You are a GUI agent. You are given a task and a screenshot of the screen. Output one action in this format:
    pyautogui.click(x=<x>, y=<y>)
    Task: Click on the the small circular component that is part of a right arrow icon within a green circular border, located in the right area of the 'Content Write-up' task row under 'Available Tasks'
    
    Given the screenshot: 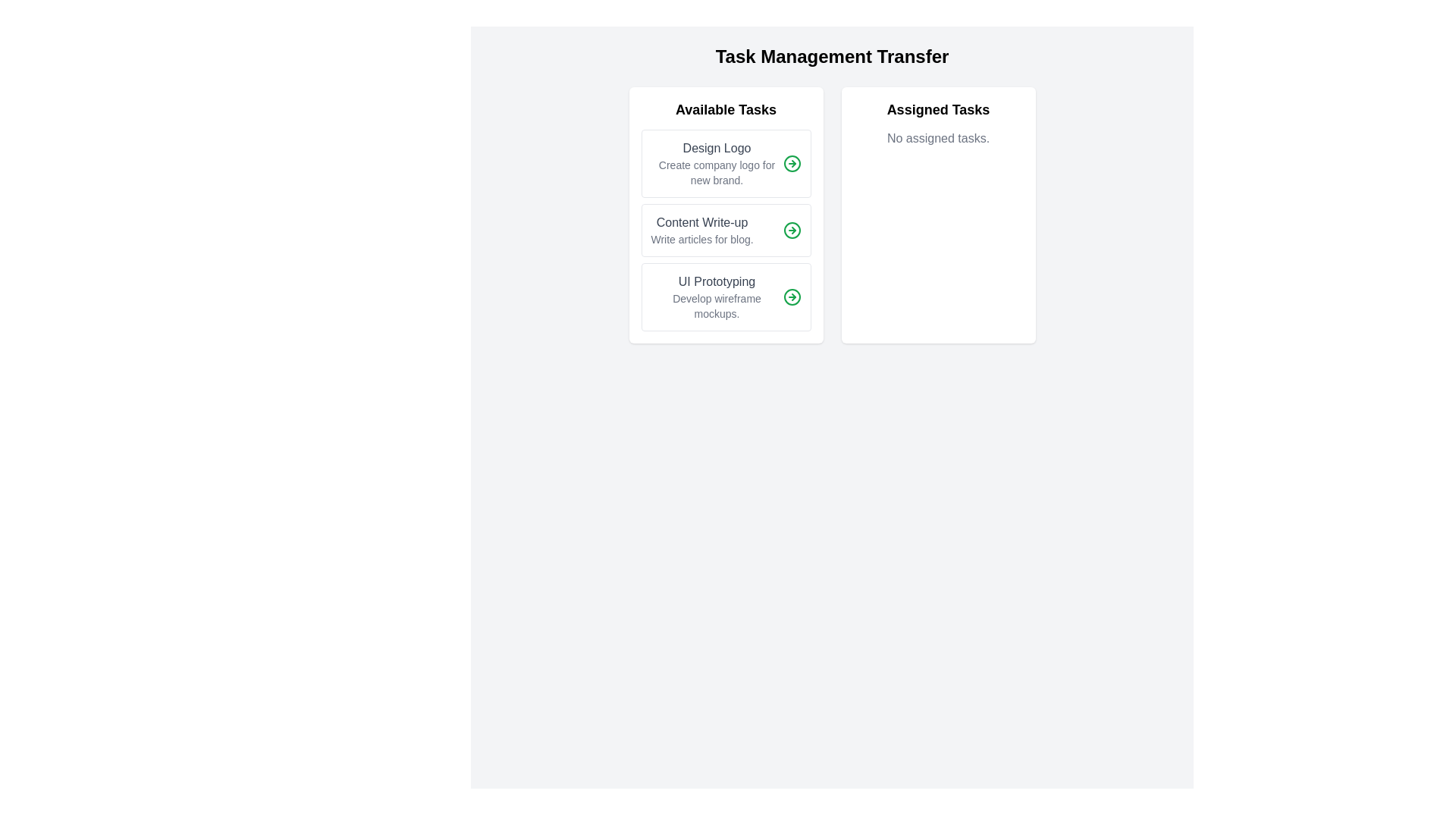 What is the action you would take?
    pyautogui.click(x=791, y=231)
    